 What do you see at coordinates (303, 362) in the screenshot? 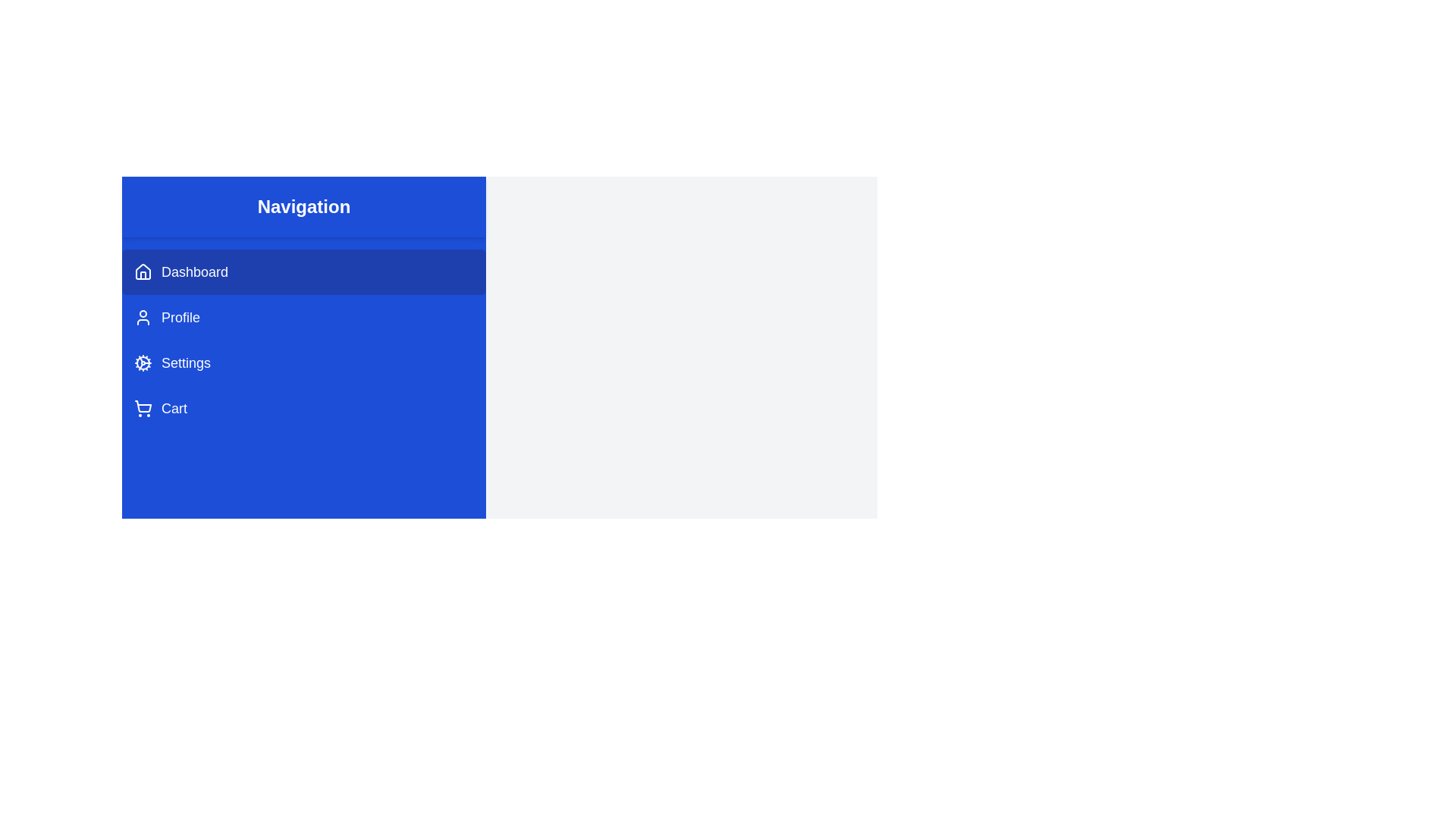
I see `the third button in the vertical navigation panel on the left side of the interface` at bounding box center [303, 362].